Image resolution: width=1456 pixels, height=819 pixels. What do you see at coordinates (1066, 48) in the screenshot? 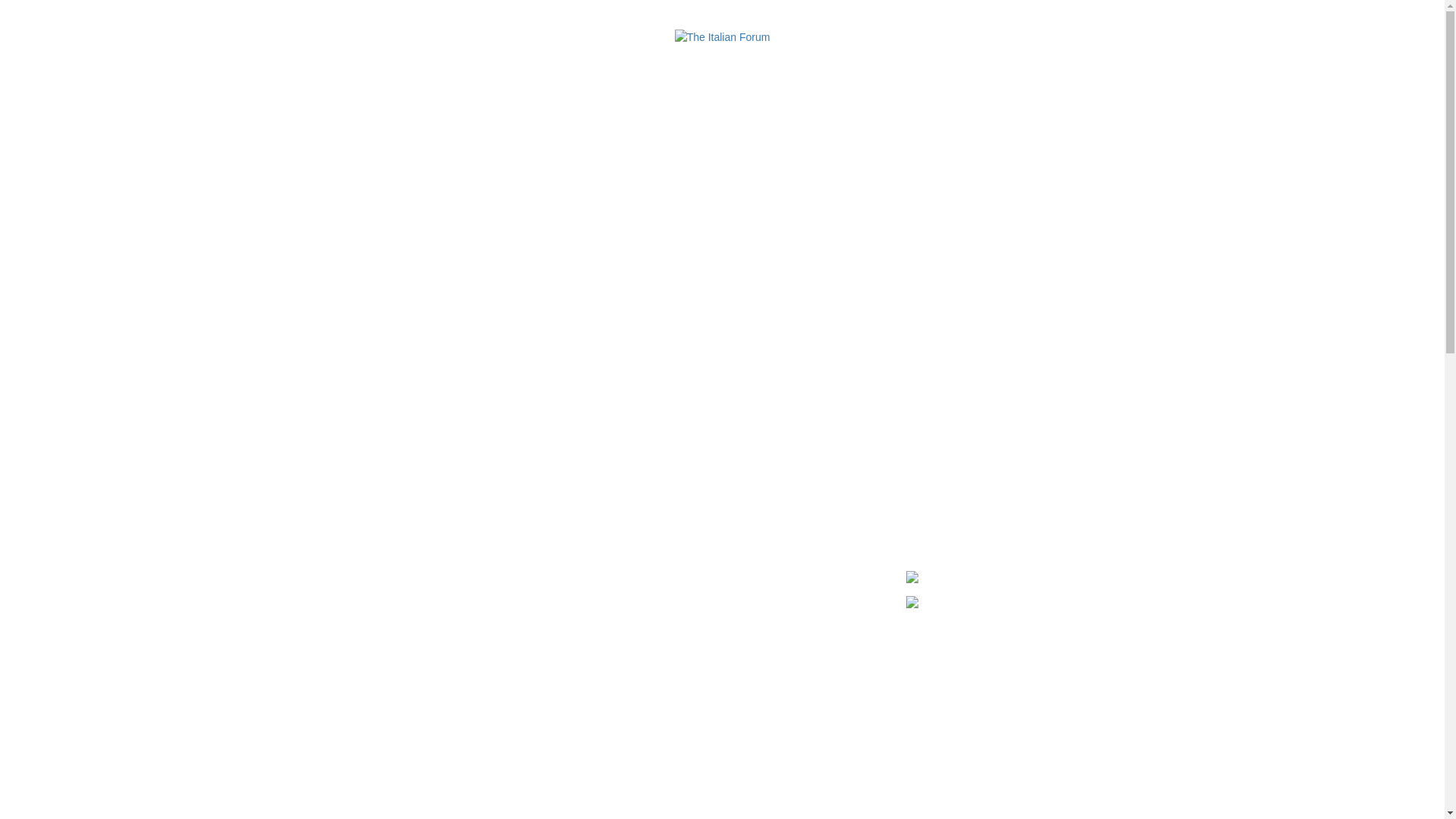
I see `'CONTACT'` at bounding box center [1066, 48].